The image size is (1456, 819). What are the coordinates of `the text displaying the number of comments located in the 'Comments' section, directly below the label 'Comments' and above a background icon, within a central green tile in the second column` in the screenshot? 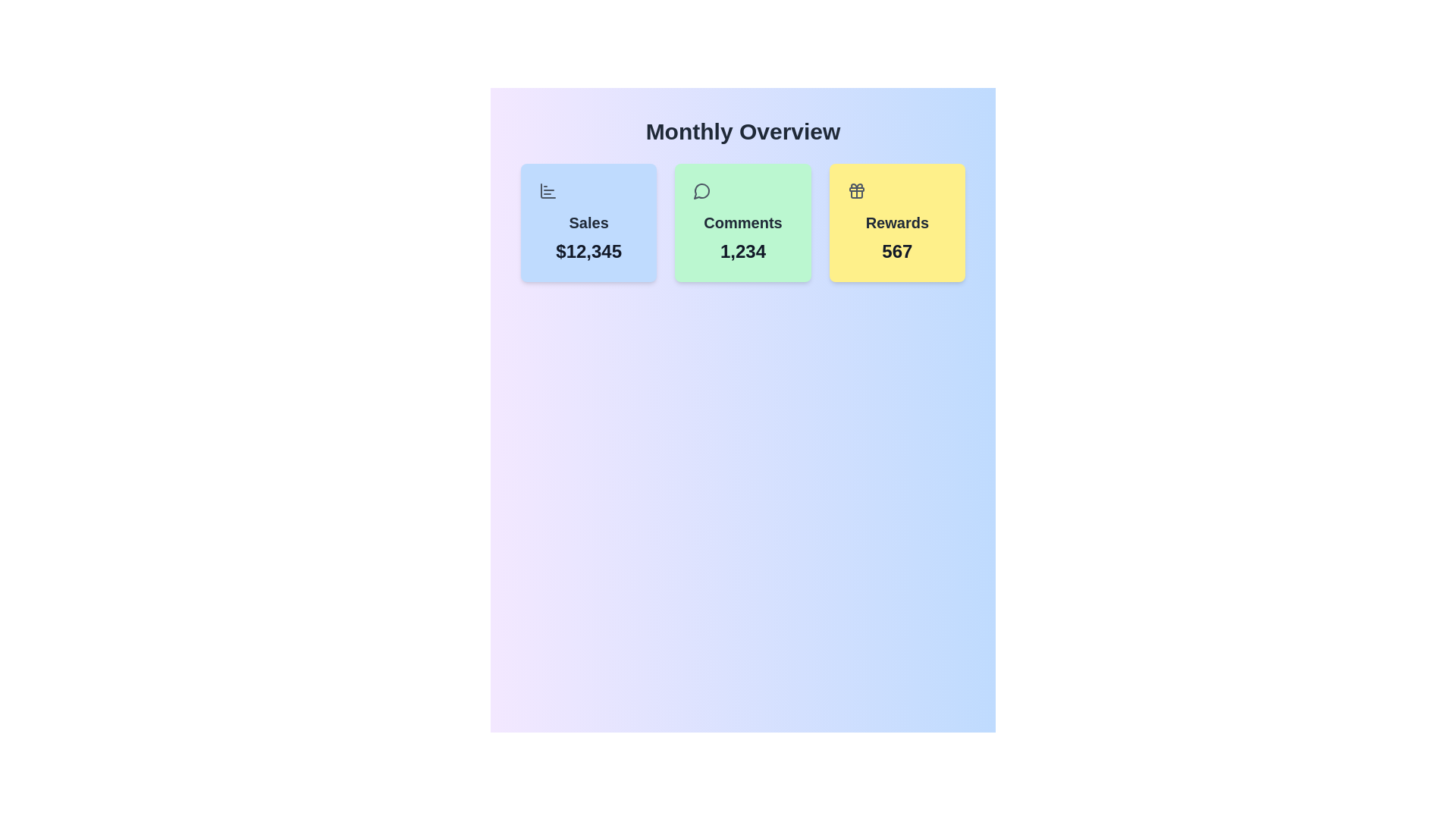 It's located at (742, 250).